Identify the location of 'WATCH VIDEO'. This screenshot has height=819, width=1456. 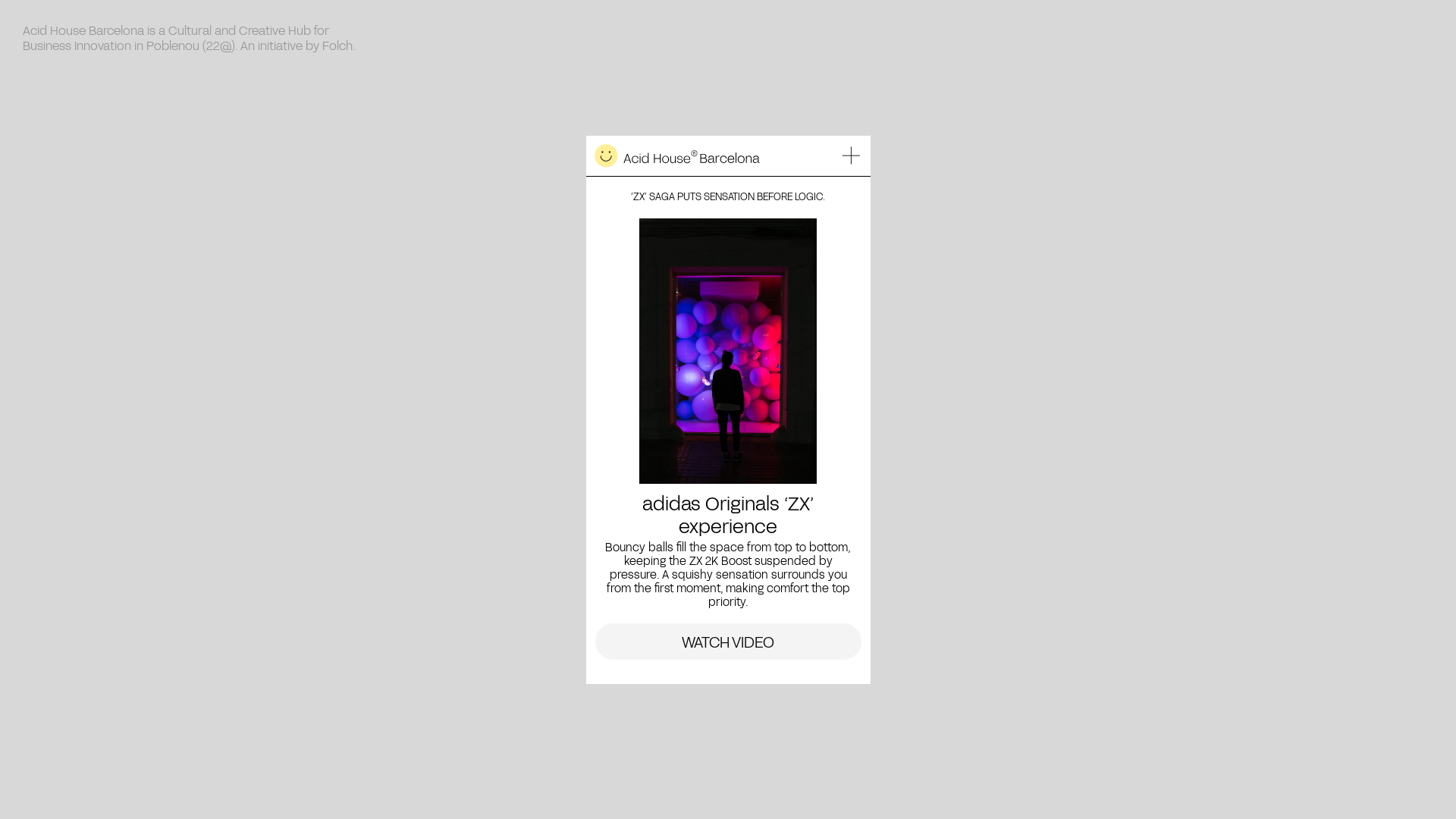
(726, 641).